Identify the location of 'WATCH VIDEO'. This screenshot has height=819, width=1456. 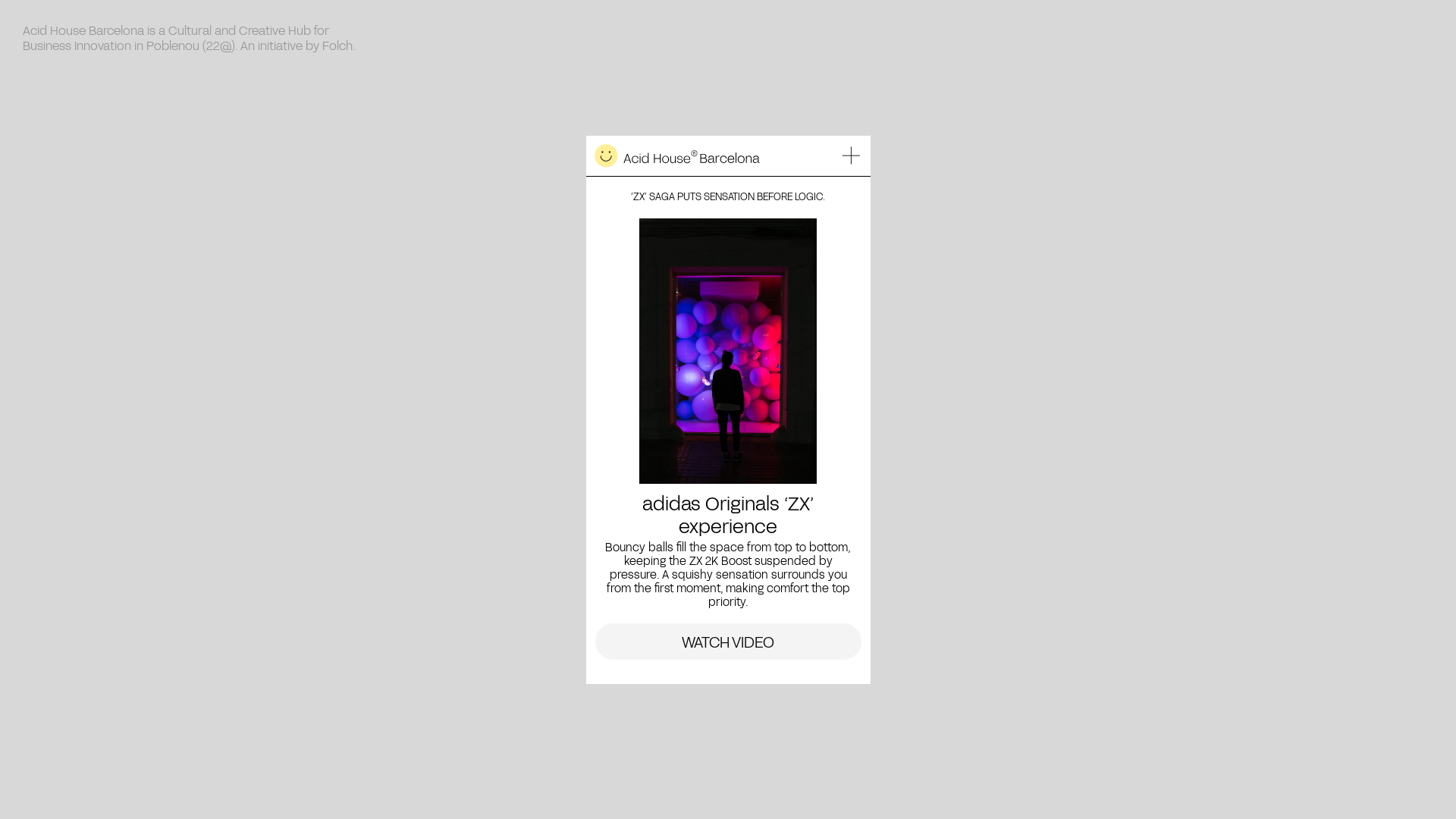
(726, 641).